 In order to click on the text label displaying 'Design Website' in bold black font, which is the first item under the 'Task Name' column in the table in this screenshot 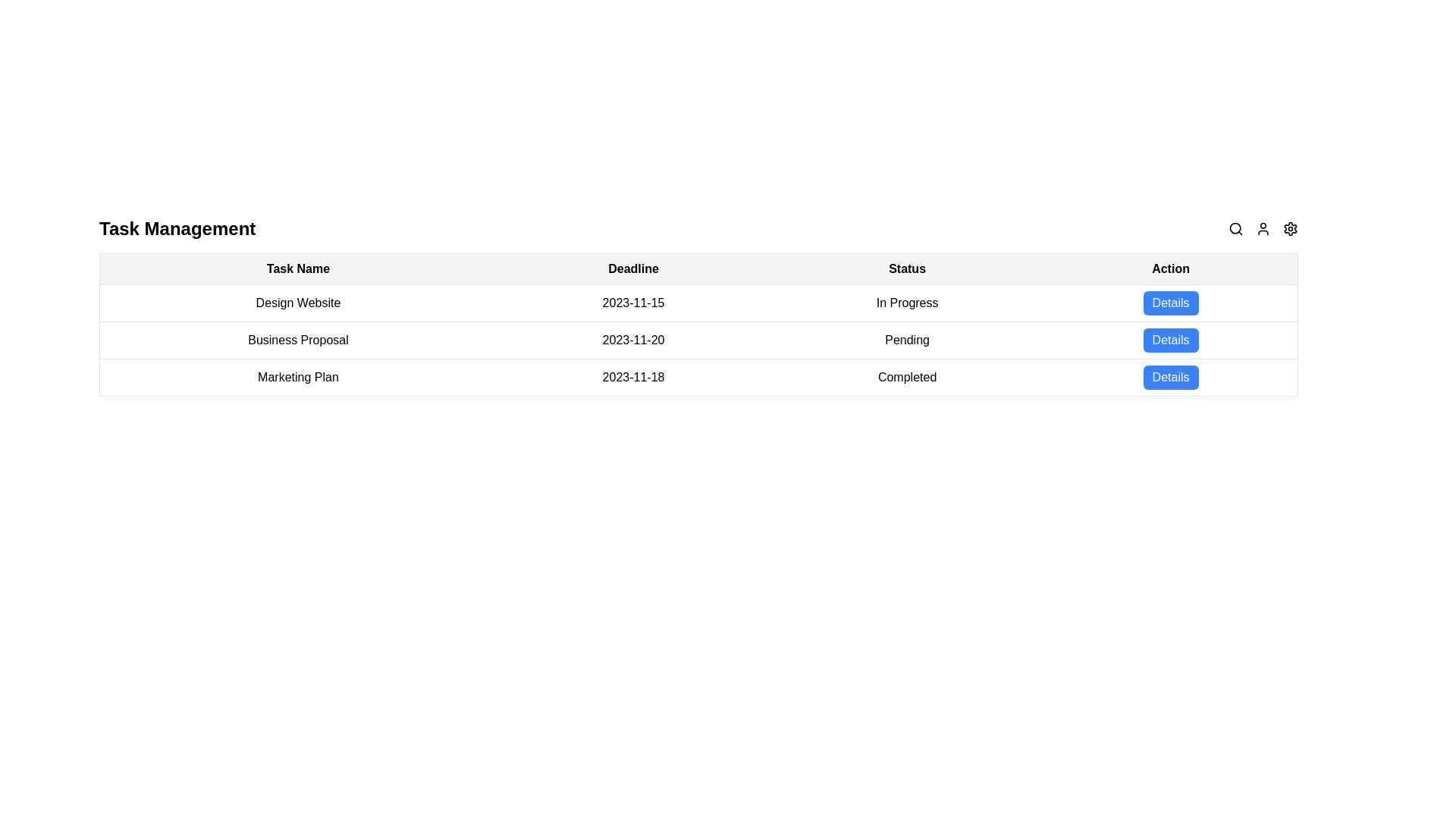, I will do `click(298, 303)`.